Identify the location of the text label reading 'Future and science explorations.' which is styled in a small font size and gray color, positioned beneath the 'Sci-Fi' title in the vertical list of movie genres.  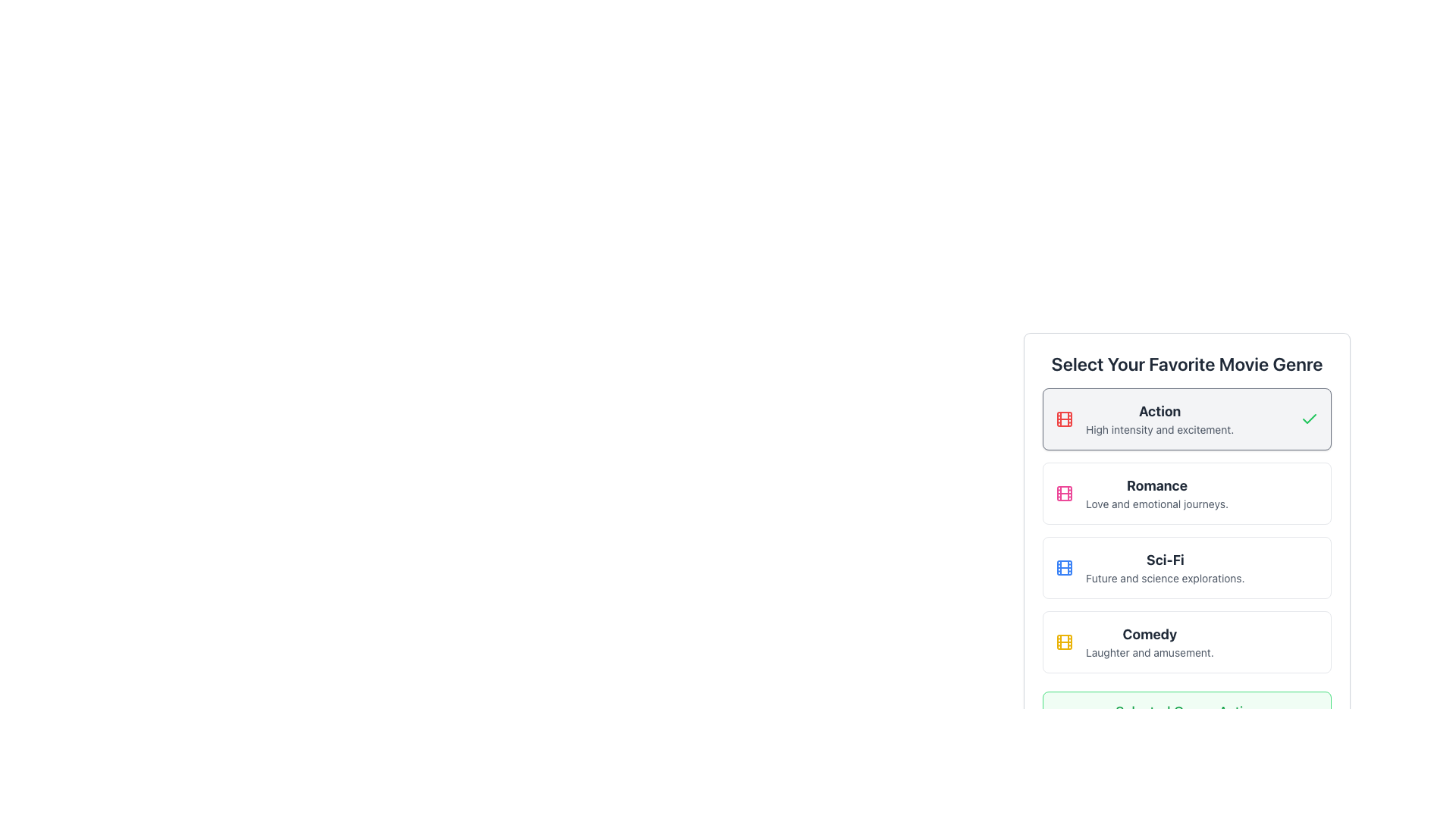
(1164, 579).